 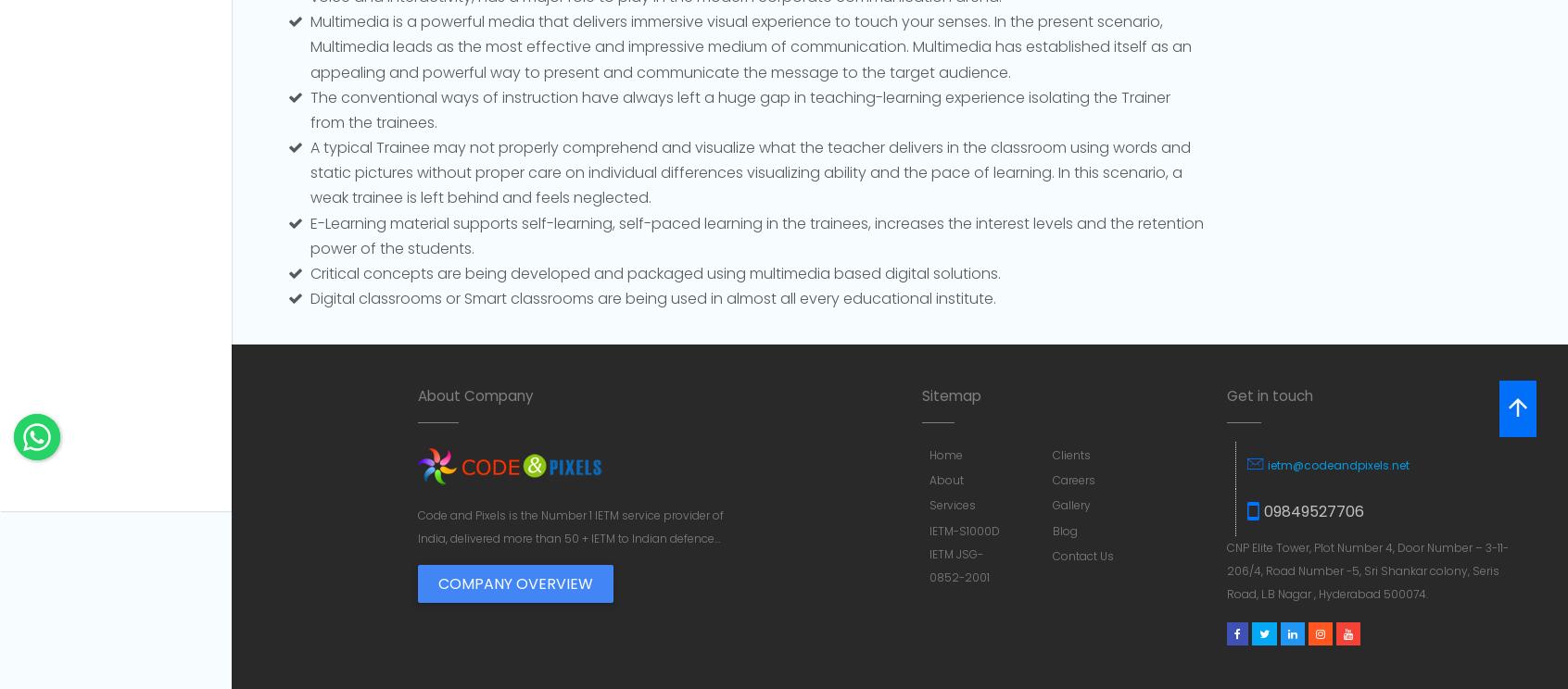 What do you see at coordinates (929, 454) in the screenshot?
I see `'Home'` at bounding box center [929, 454].